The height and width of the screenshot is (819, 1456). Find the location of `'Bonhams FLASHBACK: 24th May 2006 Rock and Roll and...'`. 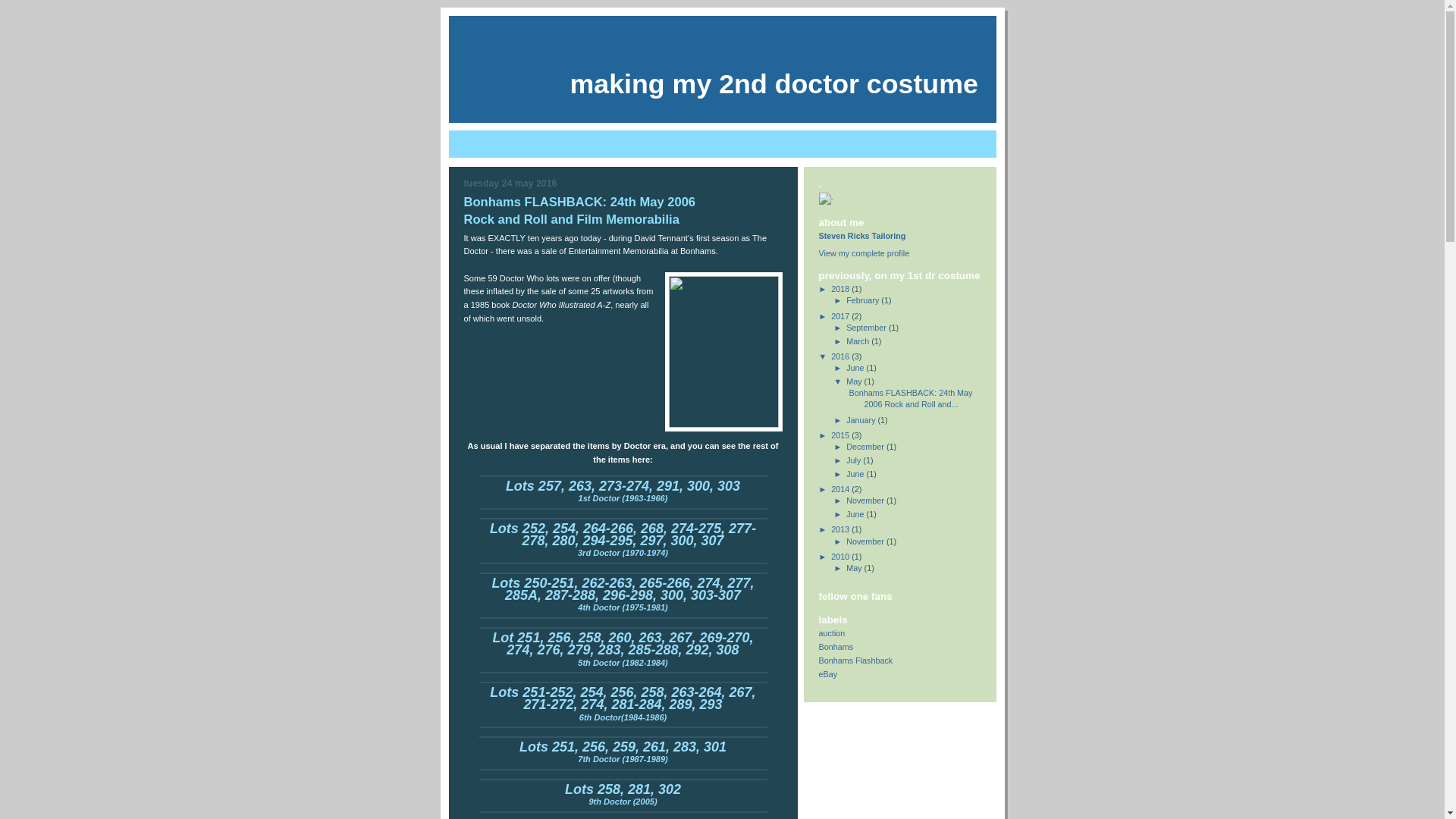

'Bonhams FLASHBACK: 24th May 2006 Rock and Roll and...' is located at coordinates (910, 397).